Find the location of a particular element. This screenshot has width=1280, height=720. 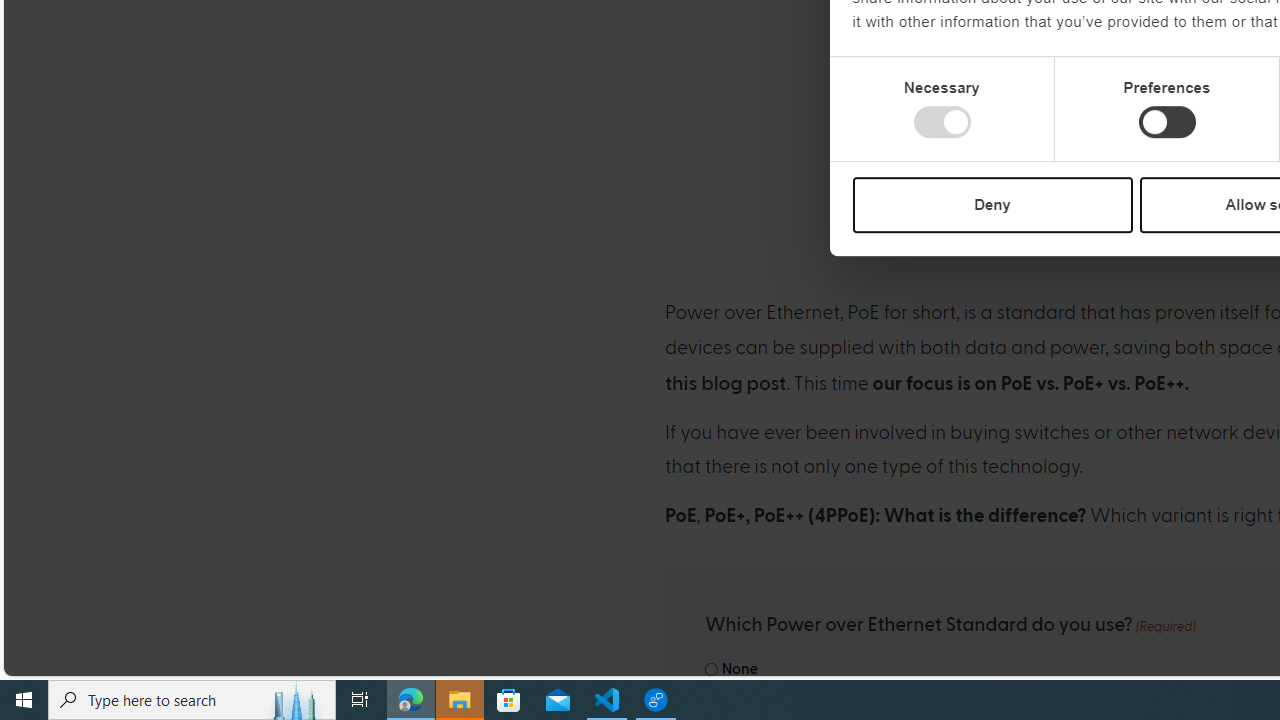

'Deny' is located at coordinates (992, 204).